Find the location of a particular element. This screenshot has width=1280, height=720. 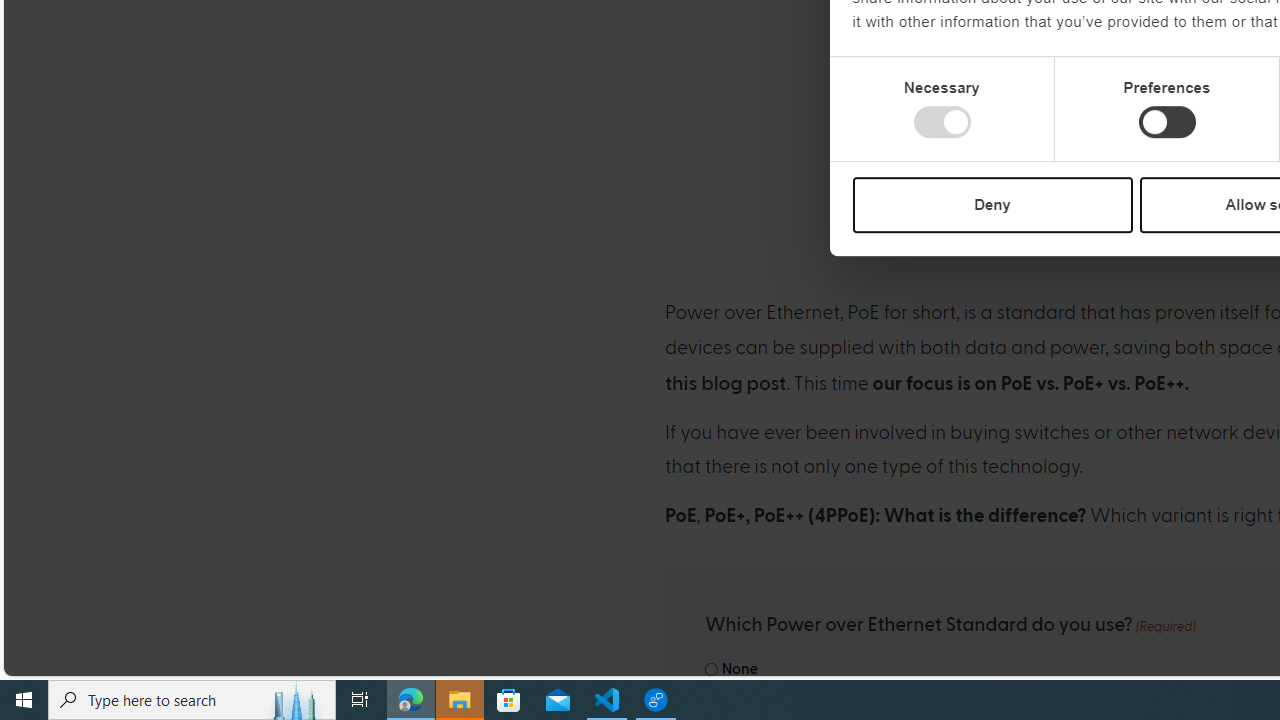

'Deny' is located at coordinates (992, 204).